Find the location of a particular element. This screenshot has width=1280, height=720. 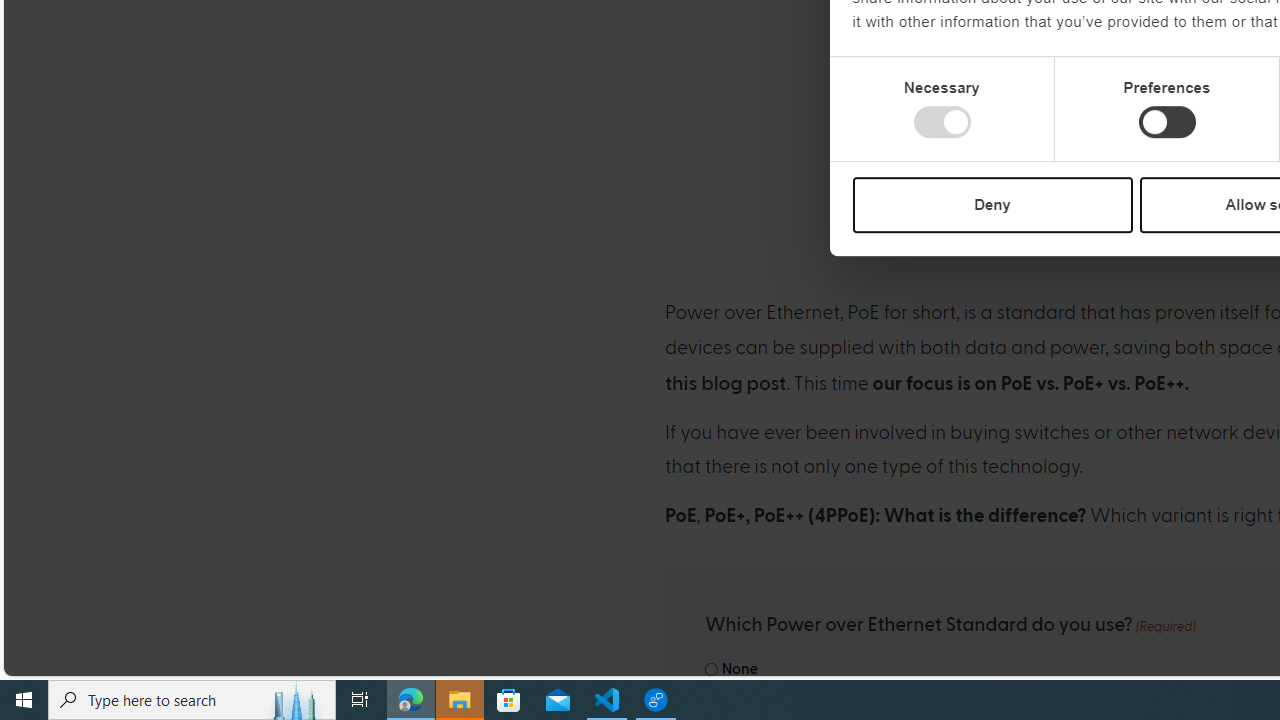

'Deny' is located at coordinates (992, 204).